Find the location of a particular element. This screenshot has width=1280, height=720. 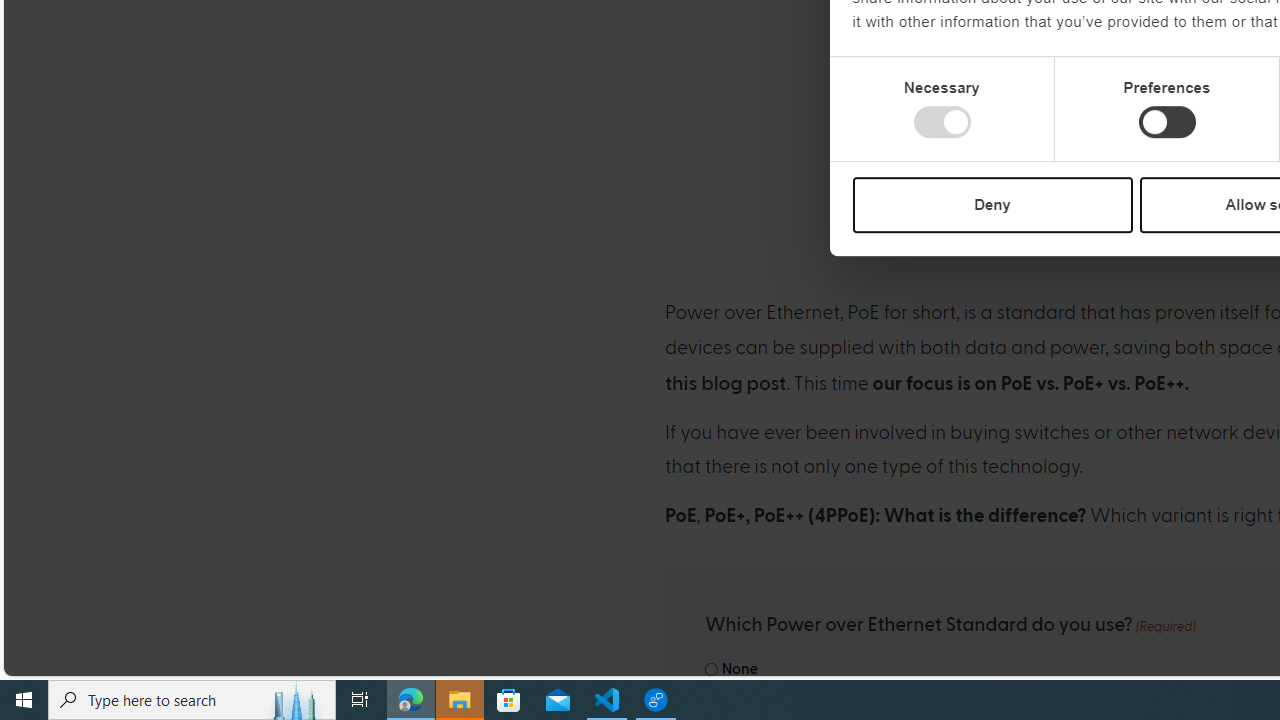

'Deny' is located at coordinates (992, 204).